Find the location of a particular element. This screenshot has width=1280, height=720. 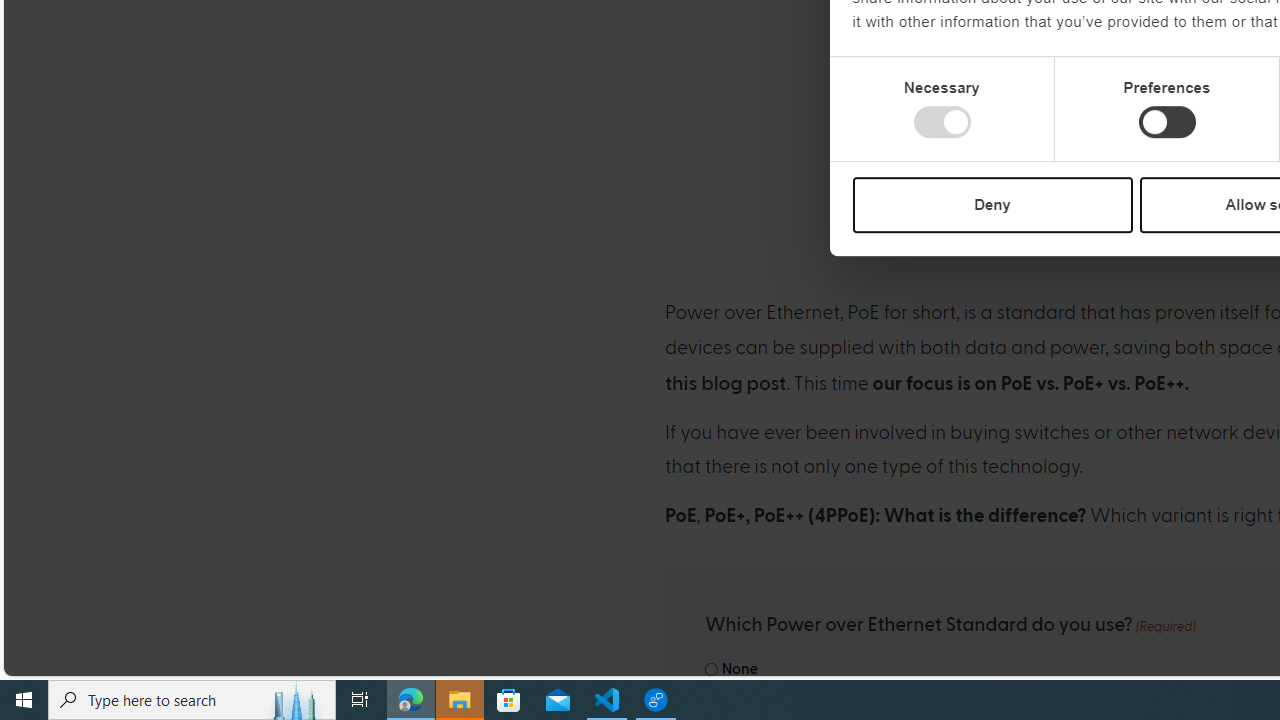

'Deny' is located at coordinates (992, 204).